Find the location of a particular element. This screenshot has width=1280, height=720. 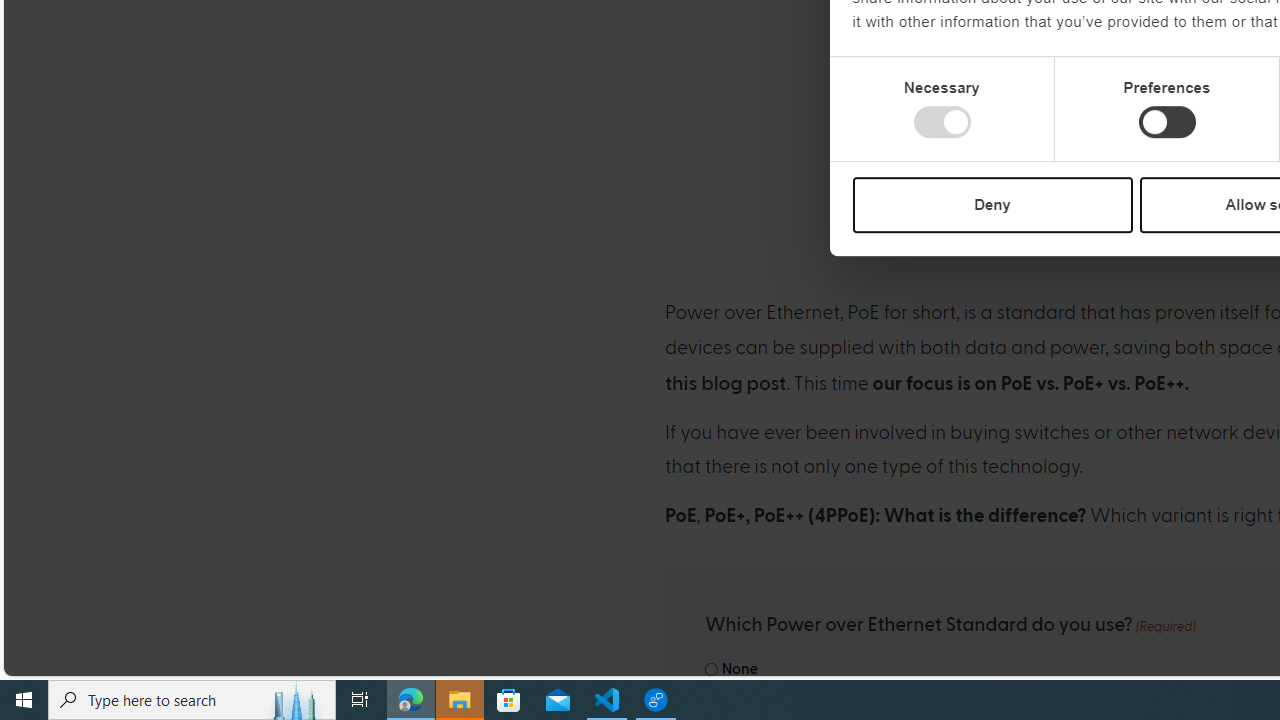

'Deny' is located at coordinates (992, 204).